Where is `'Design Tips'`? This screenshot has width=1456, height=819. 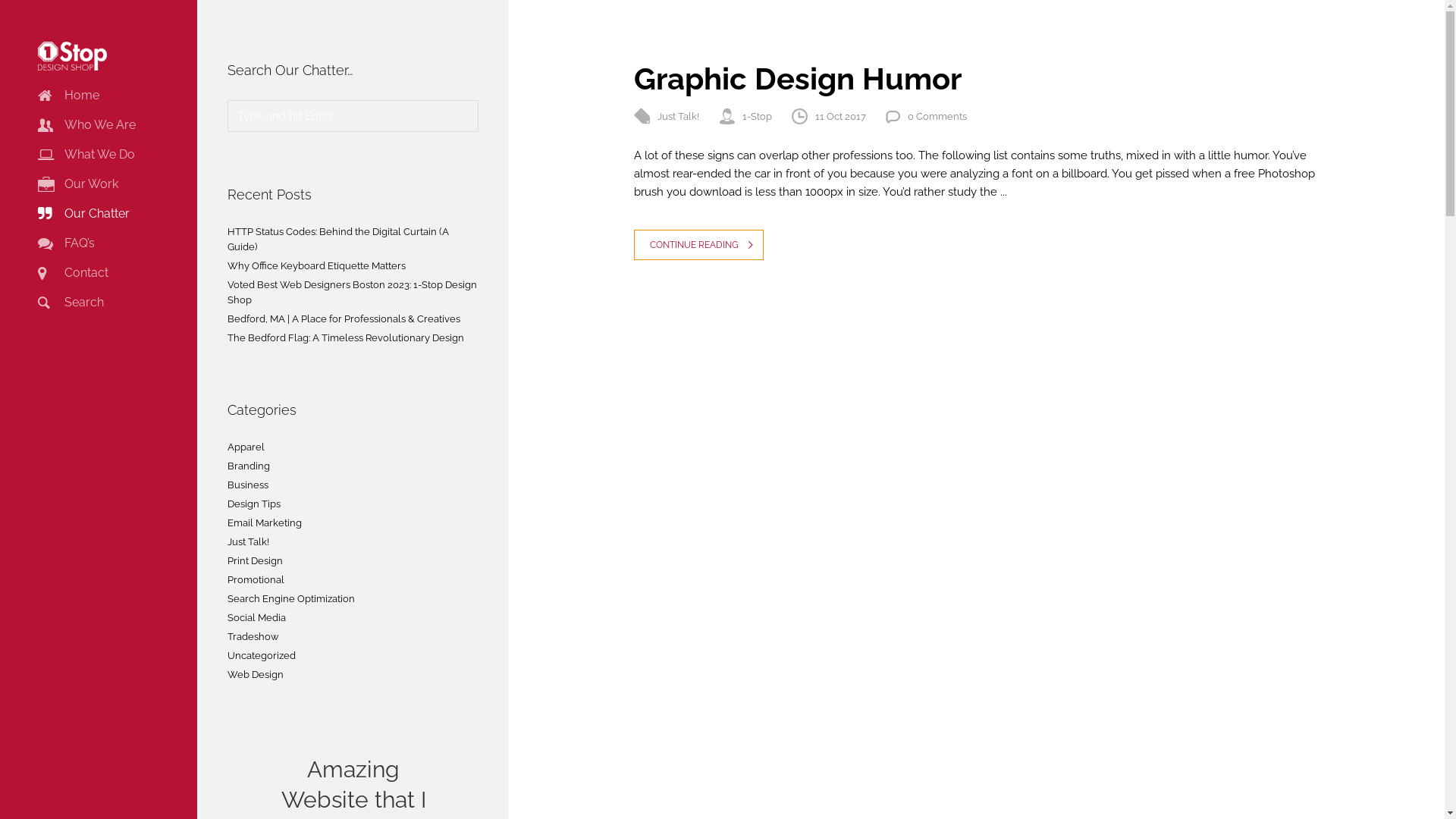 'Design Tips' is located at coordinates (254, 504).